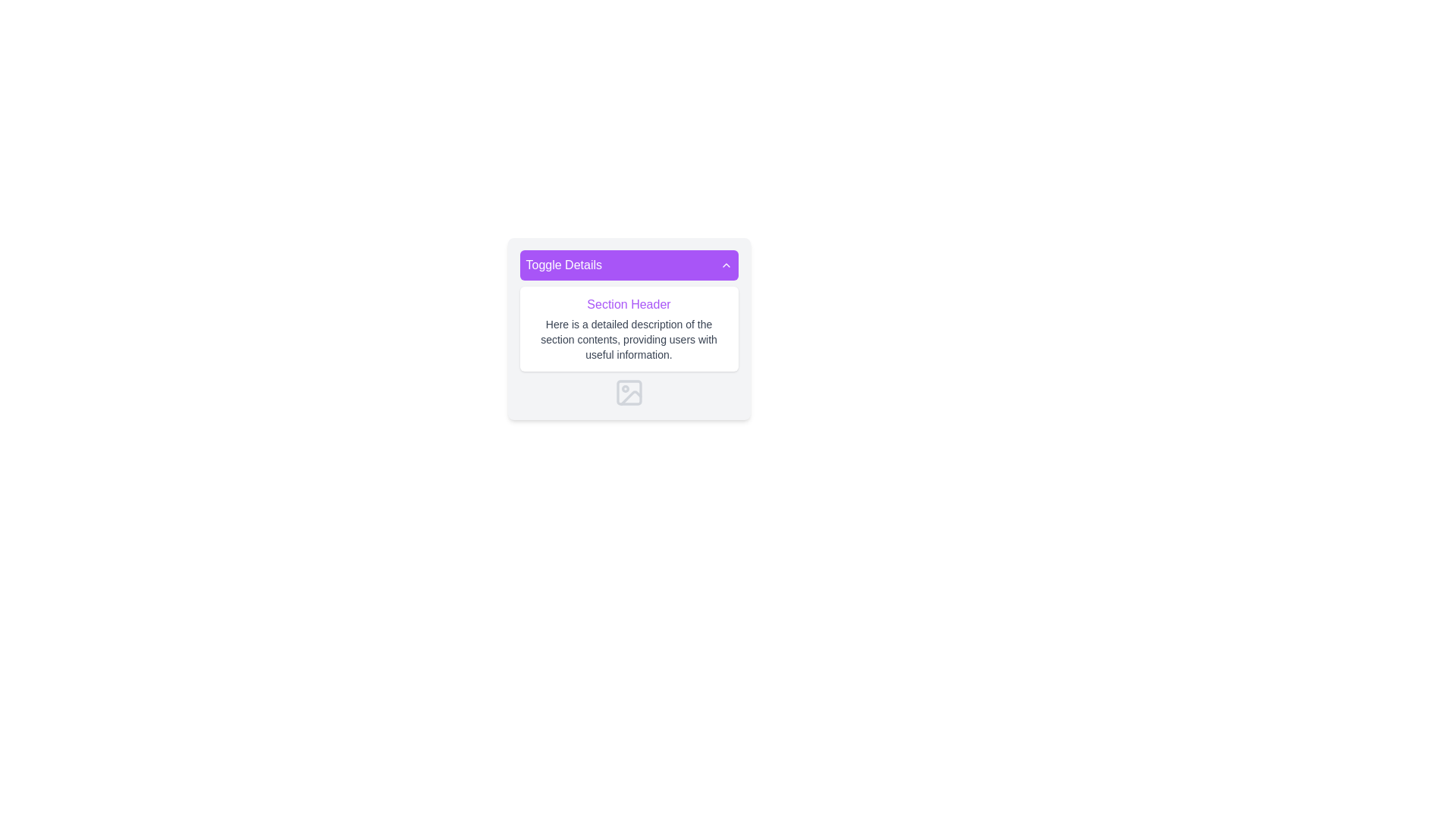 The height and width of the screenshot is (819, 1456). What do you see at coordinates (629, 347) in the screenshot?
I see `the text block that contains a heading and a paragraph, which is located beneath the purple toggle button labeled 'Toggle Details'` at bounding box center [629, 347].